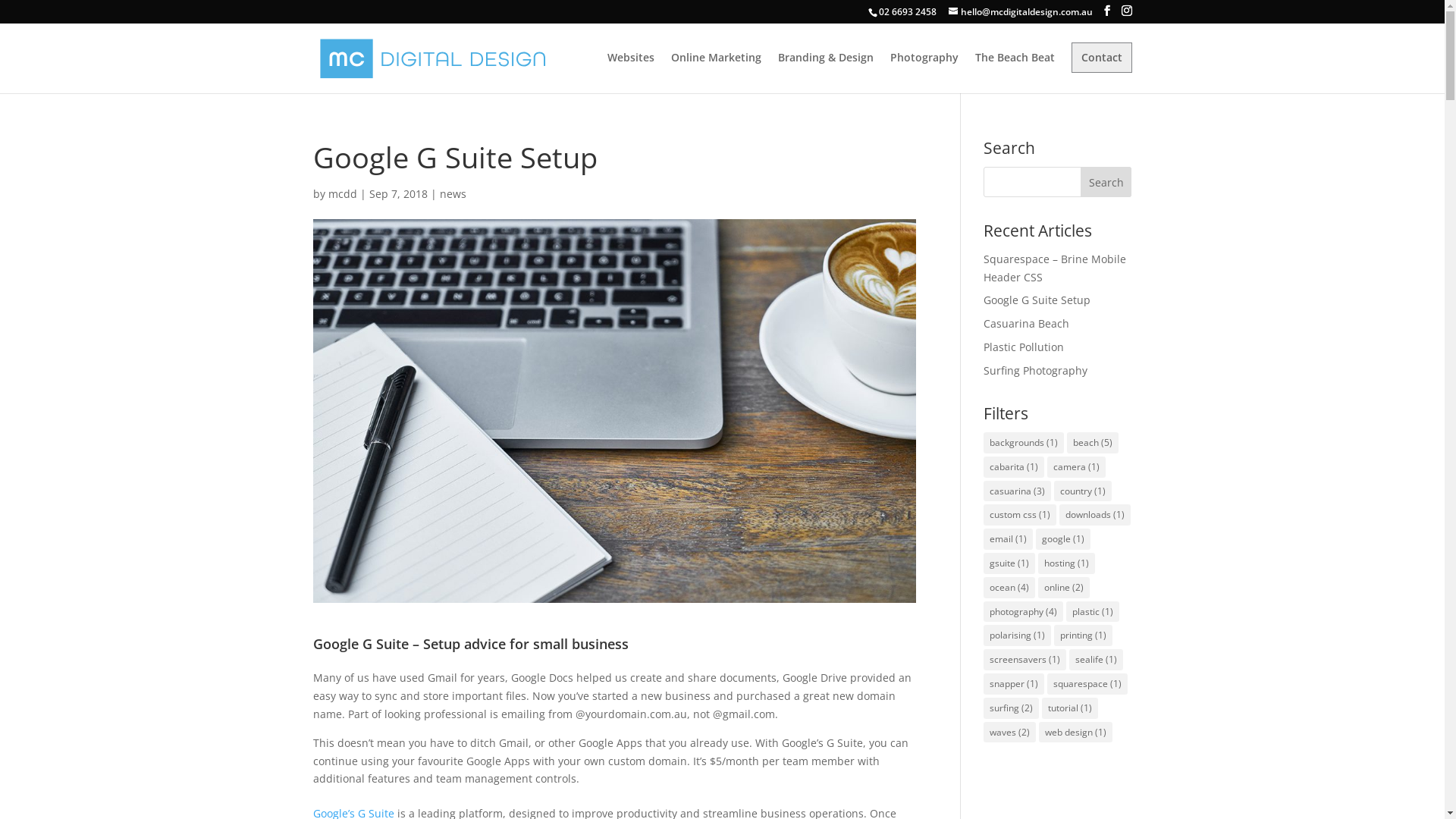 This screenshot has height=819, width=1456. Describe the element at coordinates (1034, 370) in the screenshot. I see `'Surfing Photography'` at that location.